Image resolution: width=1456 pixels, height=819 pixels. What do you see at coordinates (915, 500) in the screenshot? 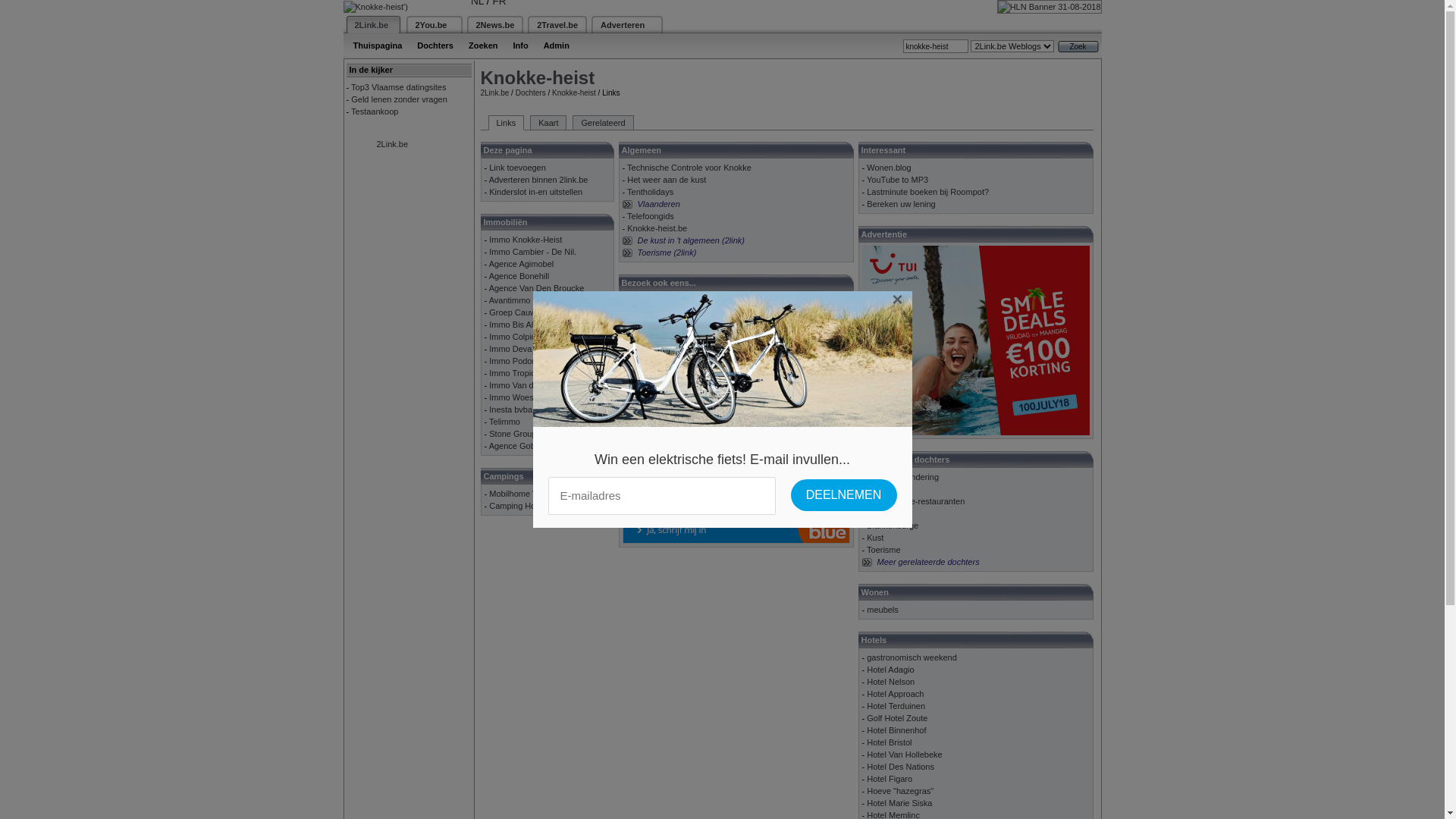
I see `'Vegetarische-restauranten'` at bounding box center [915, 500].